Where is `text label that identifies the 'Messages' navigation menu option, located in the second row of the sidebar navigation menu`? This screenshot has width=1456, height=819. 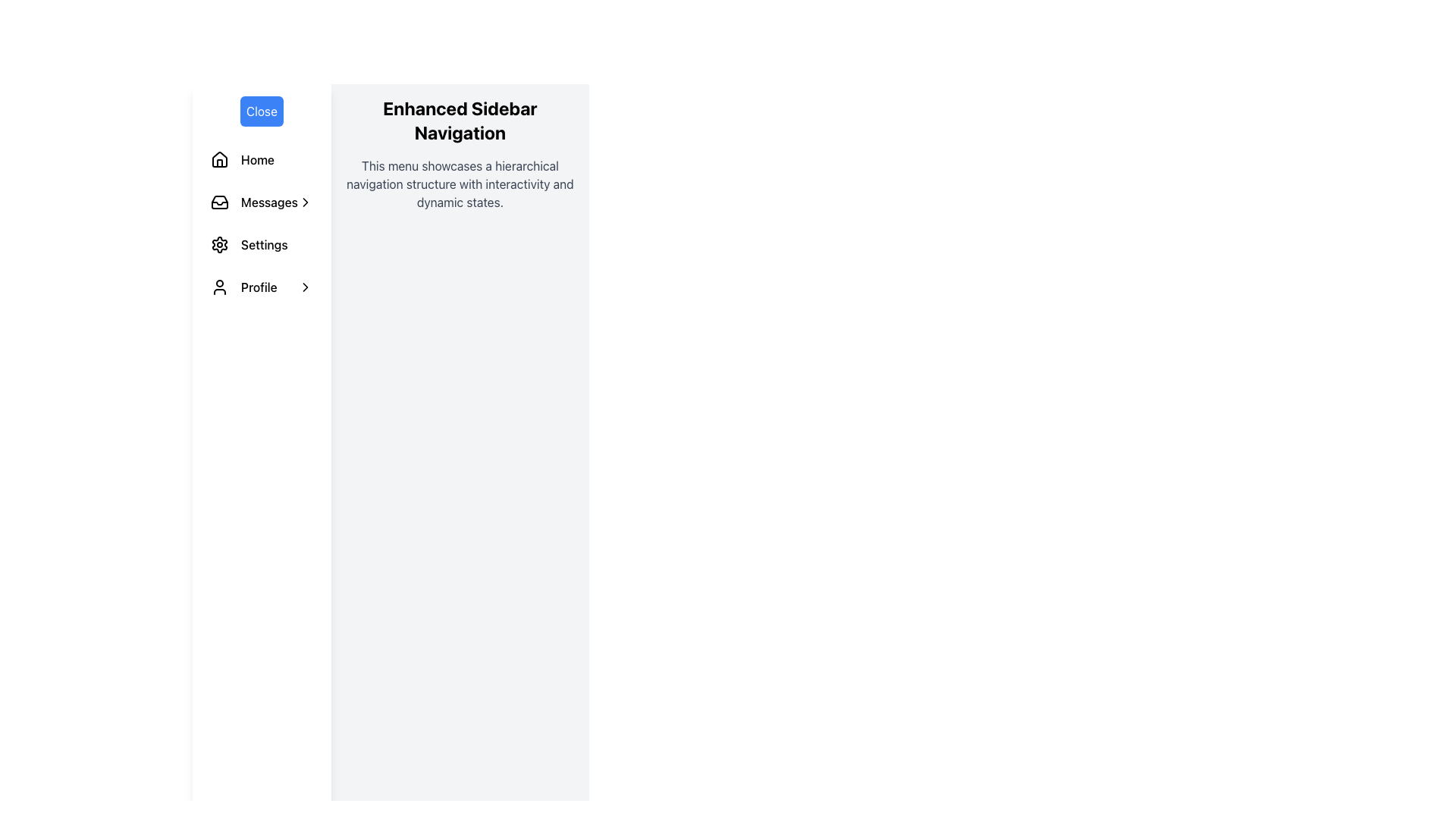
text label that identifies the 'Messages' navigation menu option, located in the second row of the sidebar navigation menu is located at coordinates (269, 201).